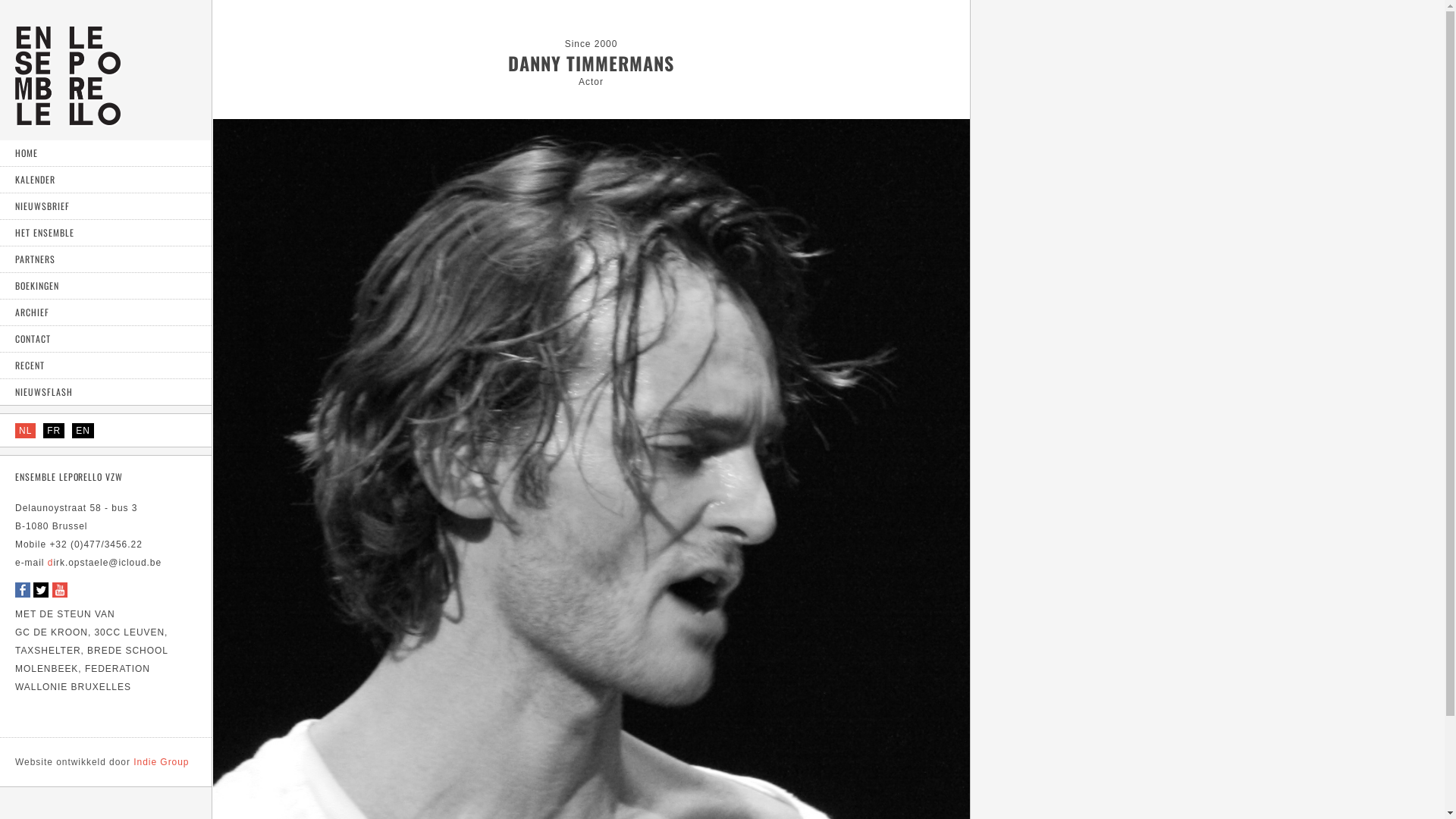 The height and width of the screenshot is (819, 1456). What do you see at coordinates (105, 338) in the screenshot?
I see `'CONTACT'` at bounding box center [105, 338].